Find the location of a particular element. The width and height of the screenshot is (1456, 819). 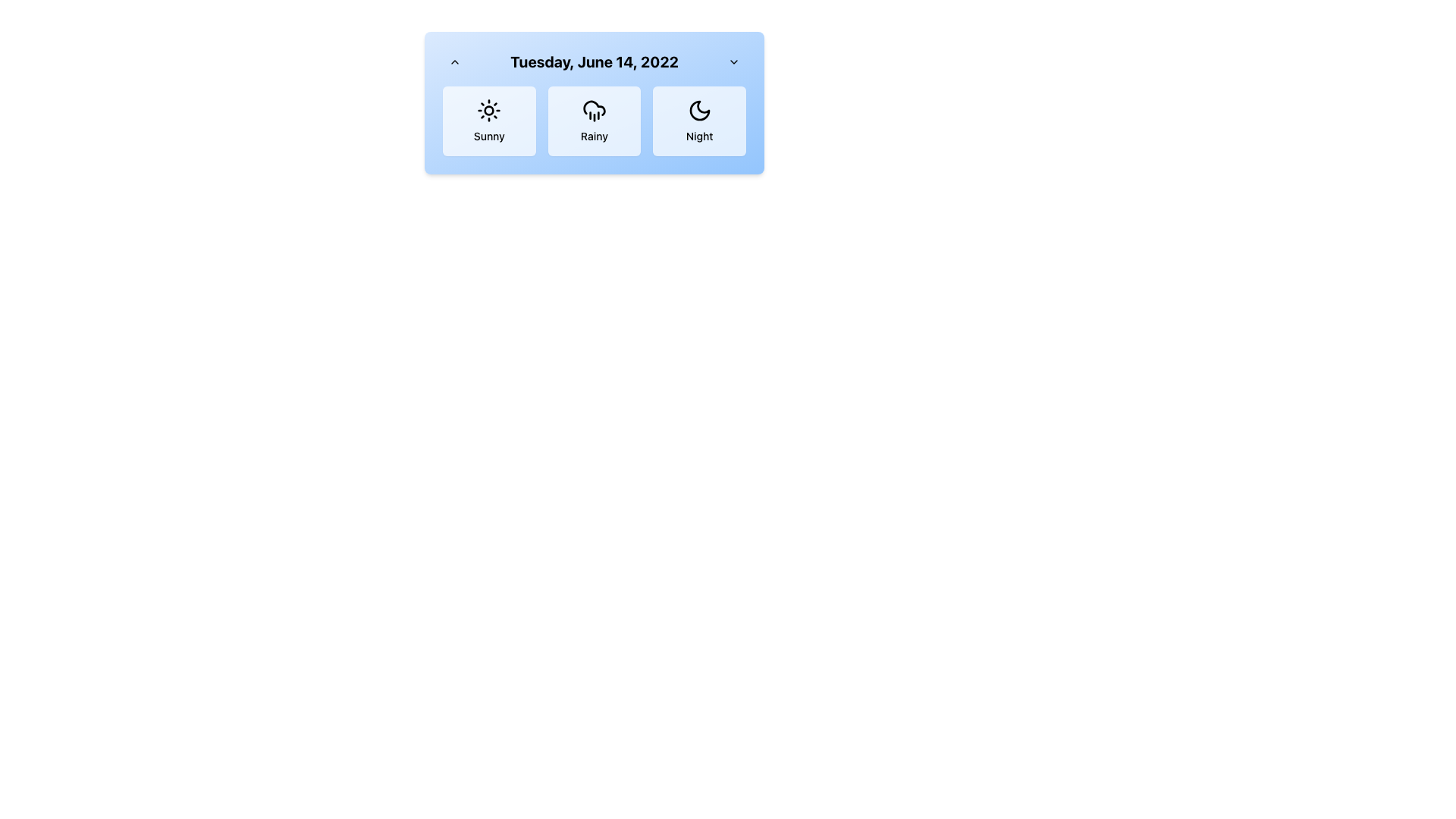

the small circular button with a downward-facing chevron icon at the far-right side of the header displaying 'Tuesday, June 14, 2022' is located at coordinates (734, 61).